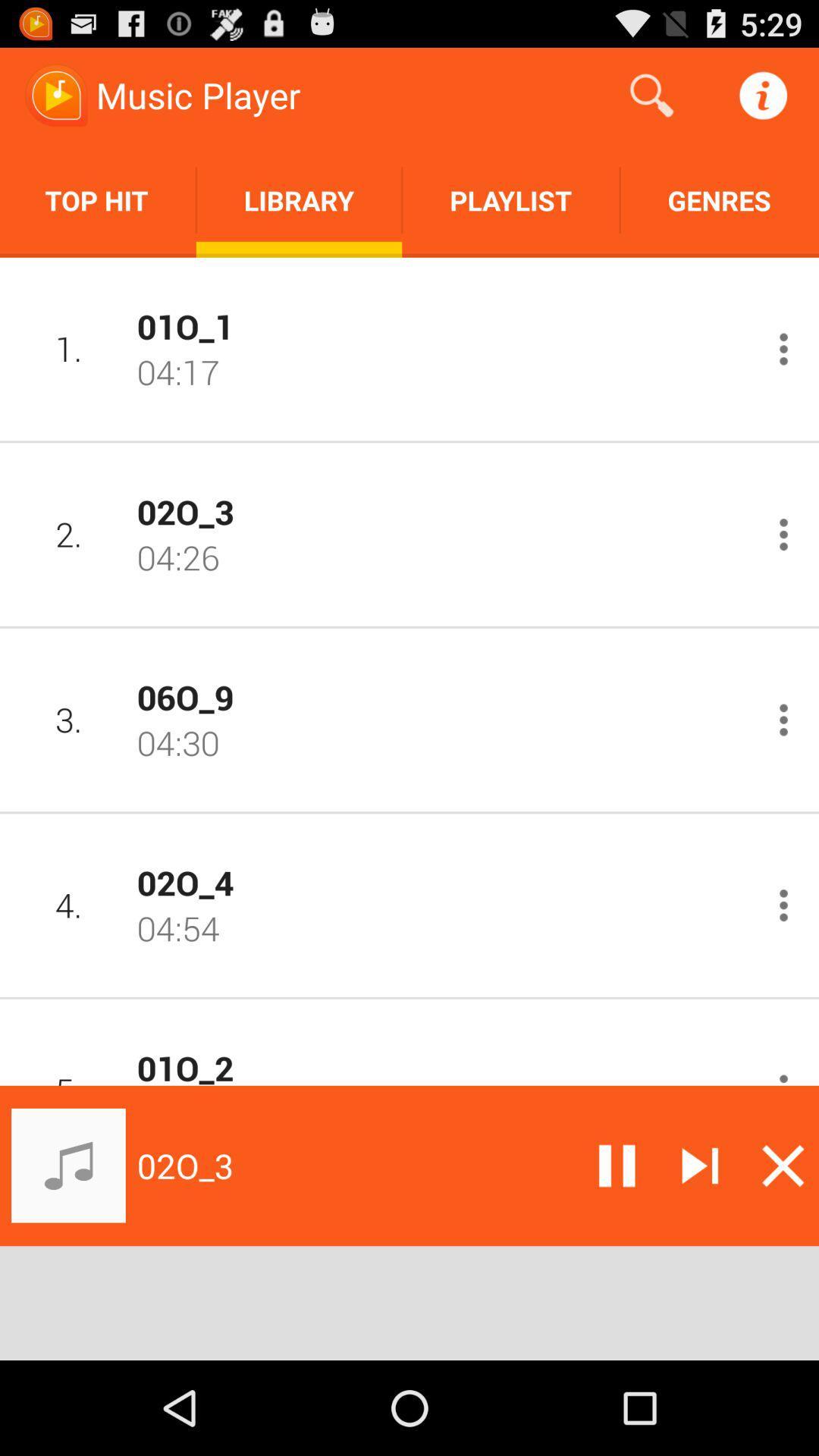 Image resolution: width=819 pixels, height=1456 pixels. Describe the element at coordinates (68, 534) in the screenshot. I see `the icon to the left of the 02o_3 app` at that location.